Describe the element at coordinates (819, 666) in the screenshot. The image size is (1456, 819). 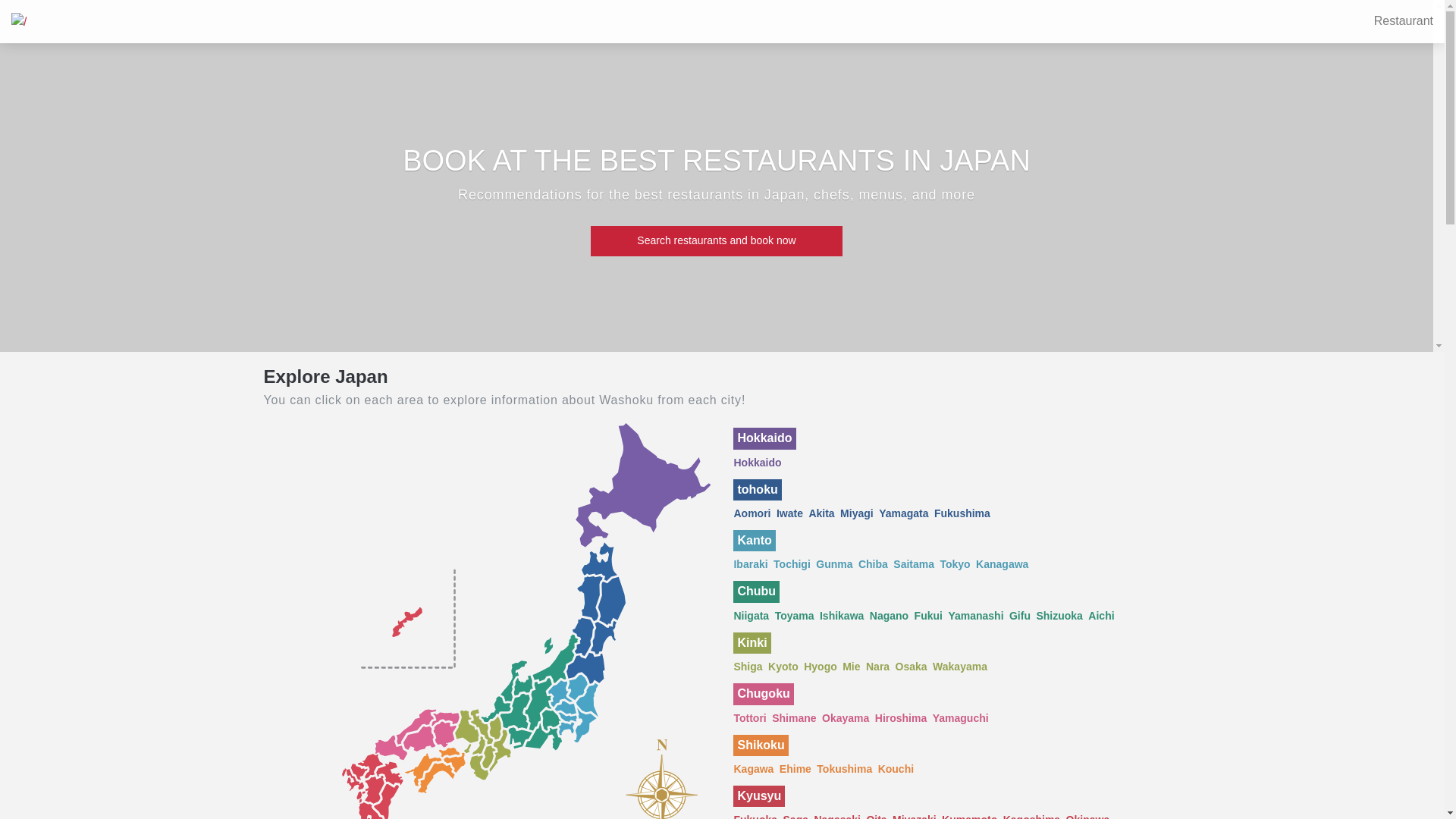
I see `'Hyogo'` at that location.